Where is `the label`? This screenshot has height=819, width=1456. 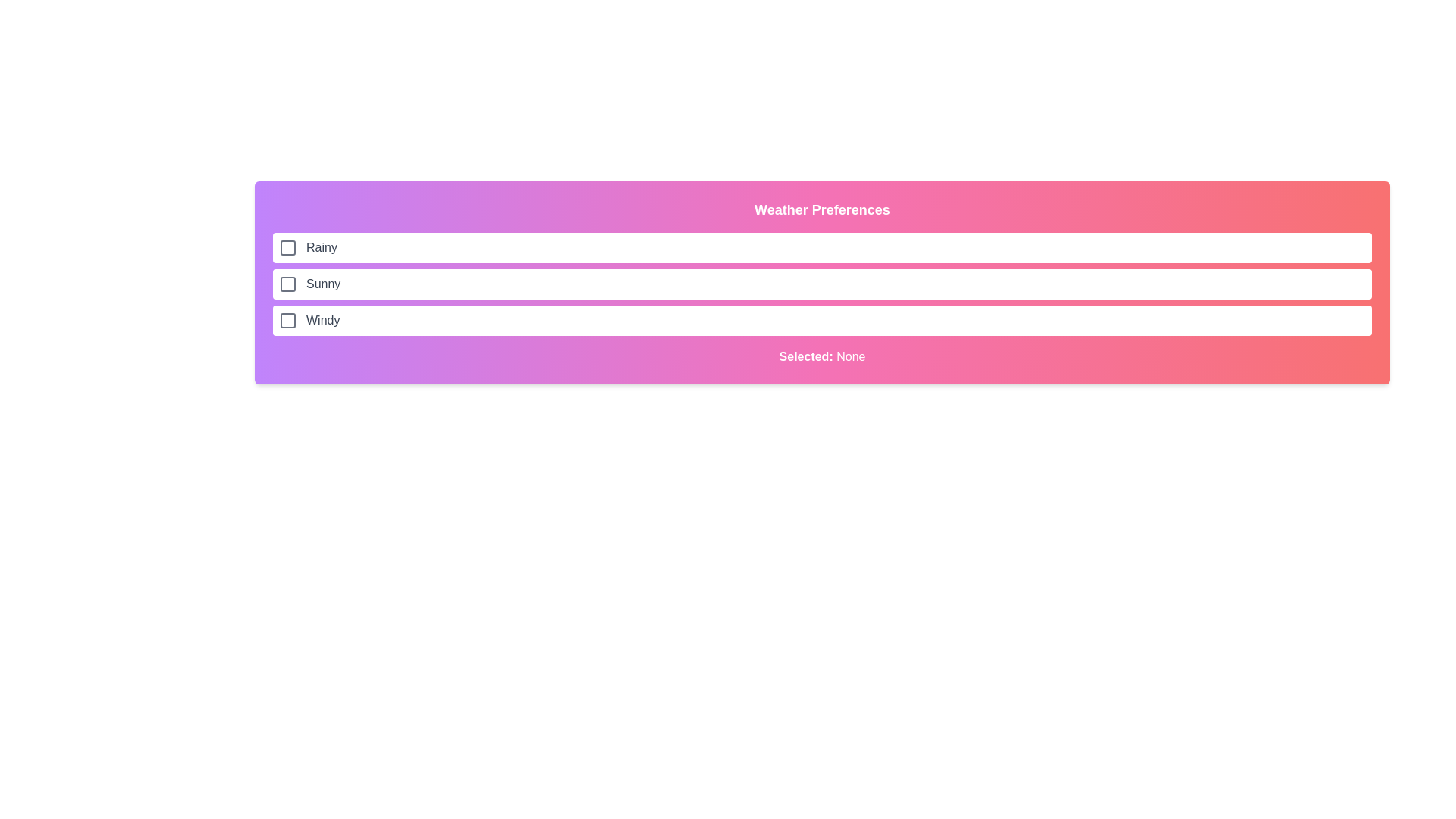 the label is located at coordinates (322, 284).